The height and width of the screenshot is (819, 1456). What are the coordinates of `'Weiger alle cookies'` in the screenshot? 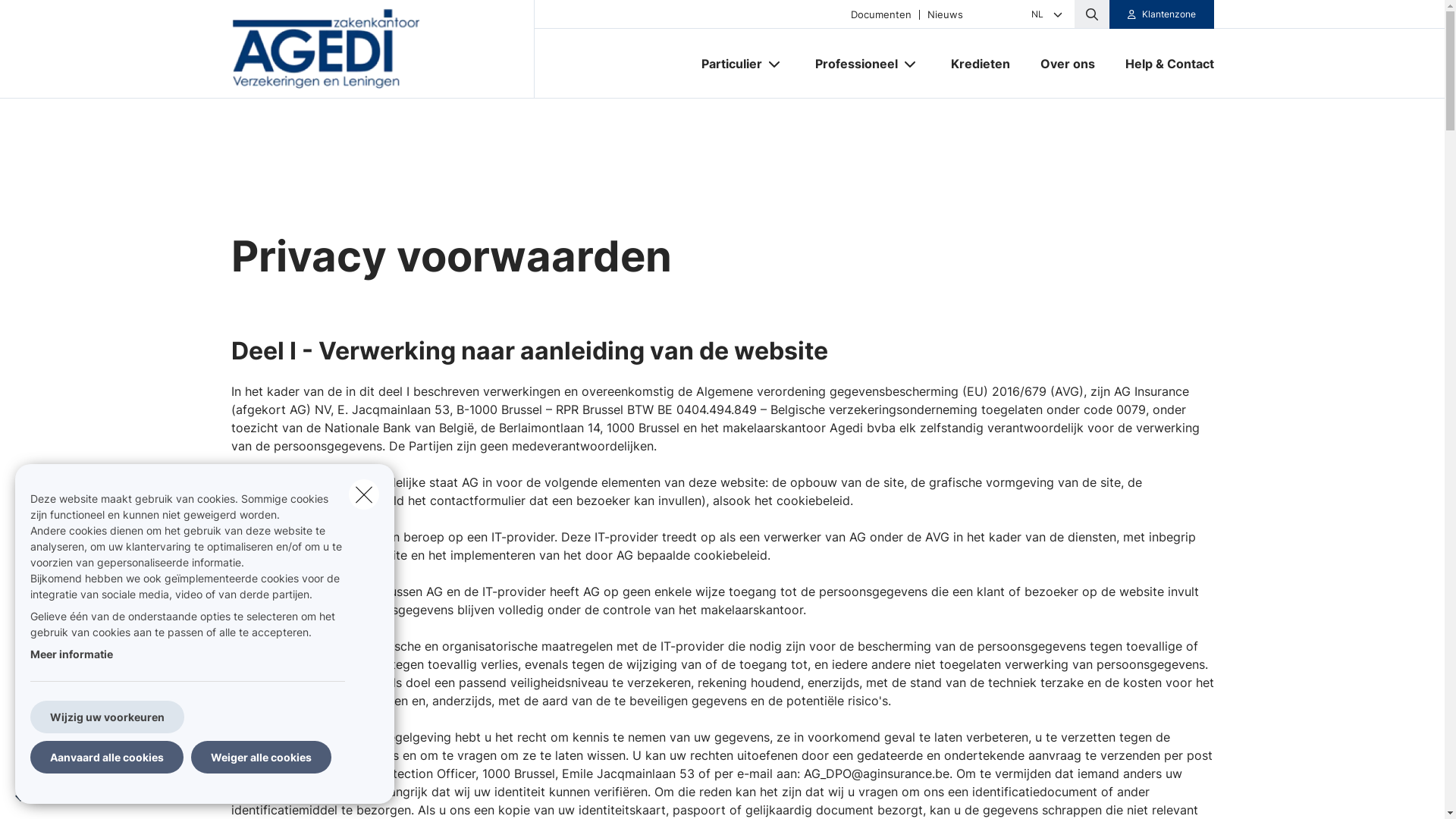 It's located at (261, 757).